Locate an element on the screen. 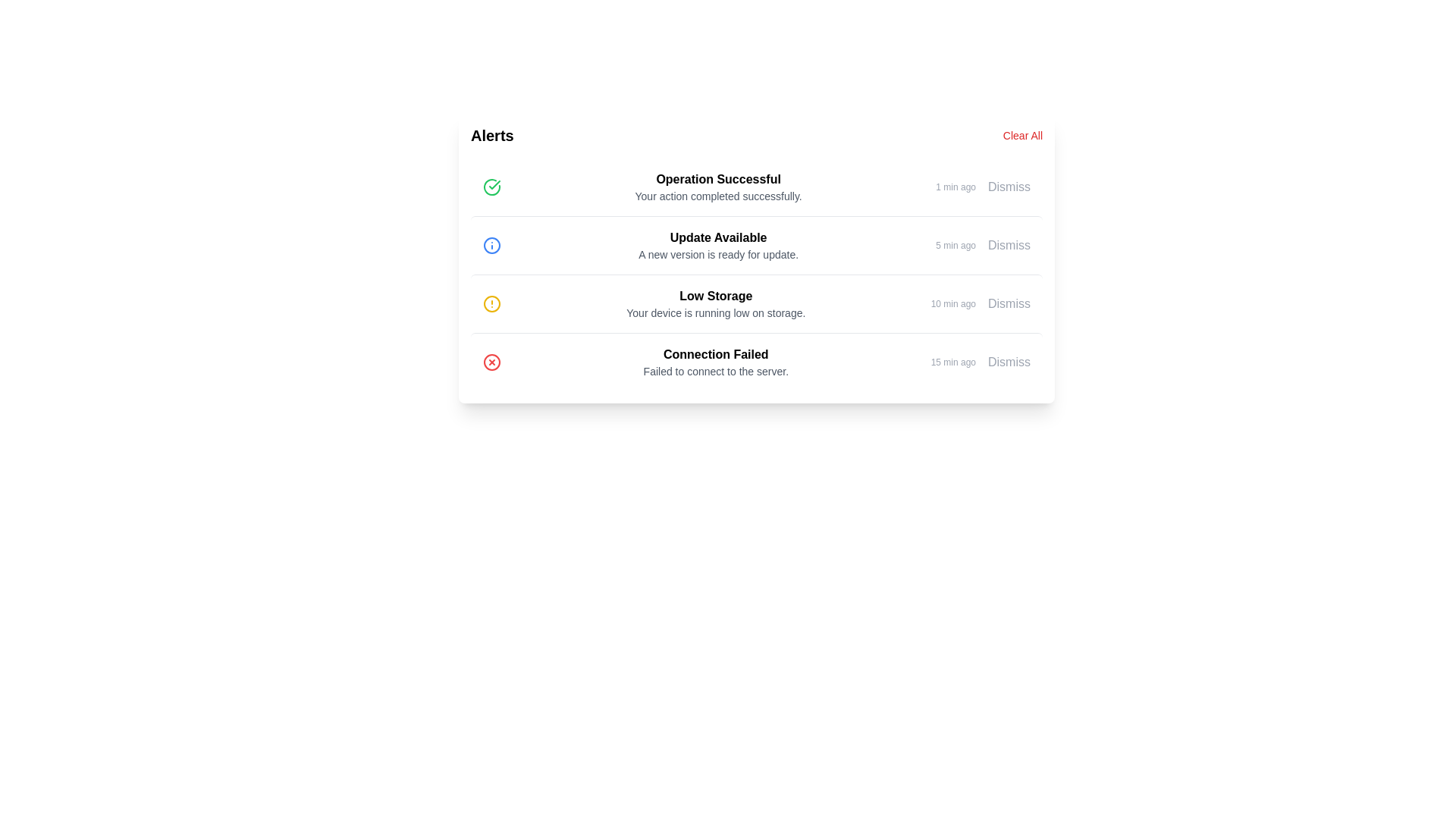 The width and height of the screenshot is (1456, 819). the dismiss button located to the right of the message text 'Connection Failed' and adjacent to the timestamp '15 min ago' is located at coordinates (1009, 362).